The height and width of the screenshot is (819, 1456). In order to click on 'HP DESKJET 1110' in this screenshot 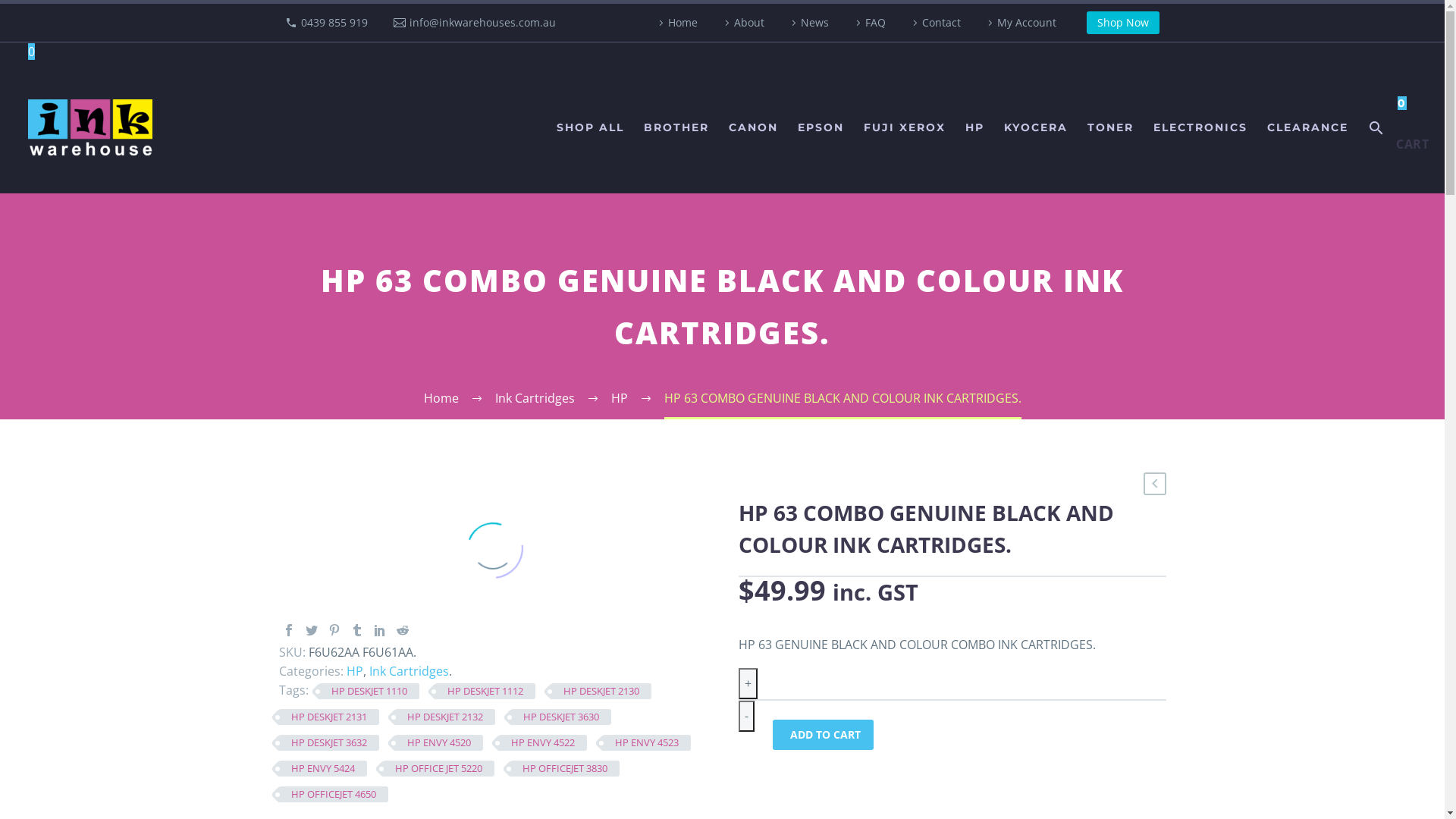, I will do `click(318, 691)`.